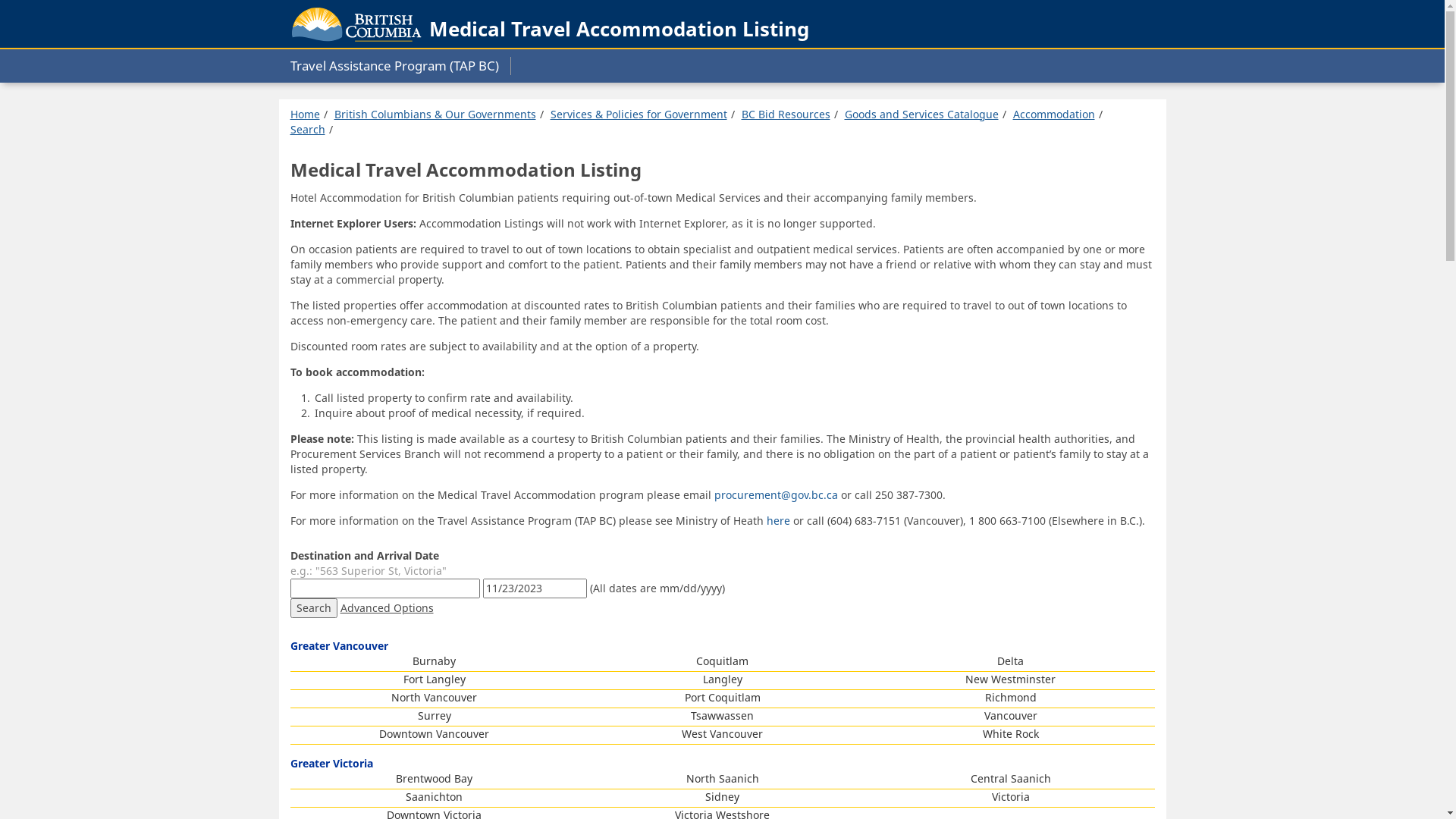  What do you see at coordinates (1011, 715) in the screenshot?
I see `'Vancouver'` at bounding box center [1011, 715].